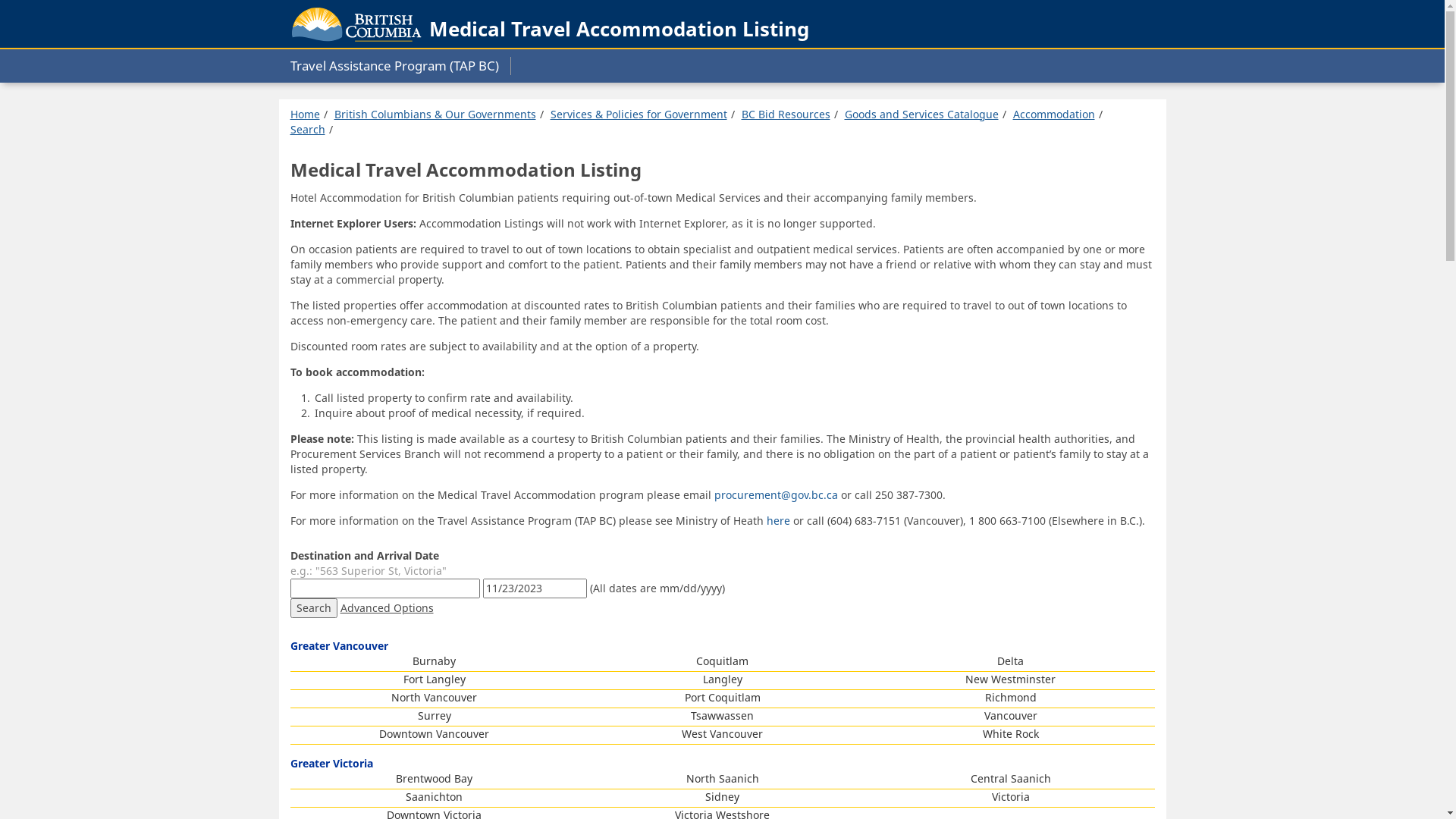  What do you see at coordinates (1011, 715) in the screenshot?
I see `'Vancouver'` at bounding box center [1011, 715].